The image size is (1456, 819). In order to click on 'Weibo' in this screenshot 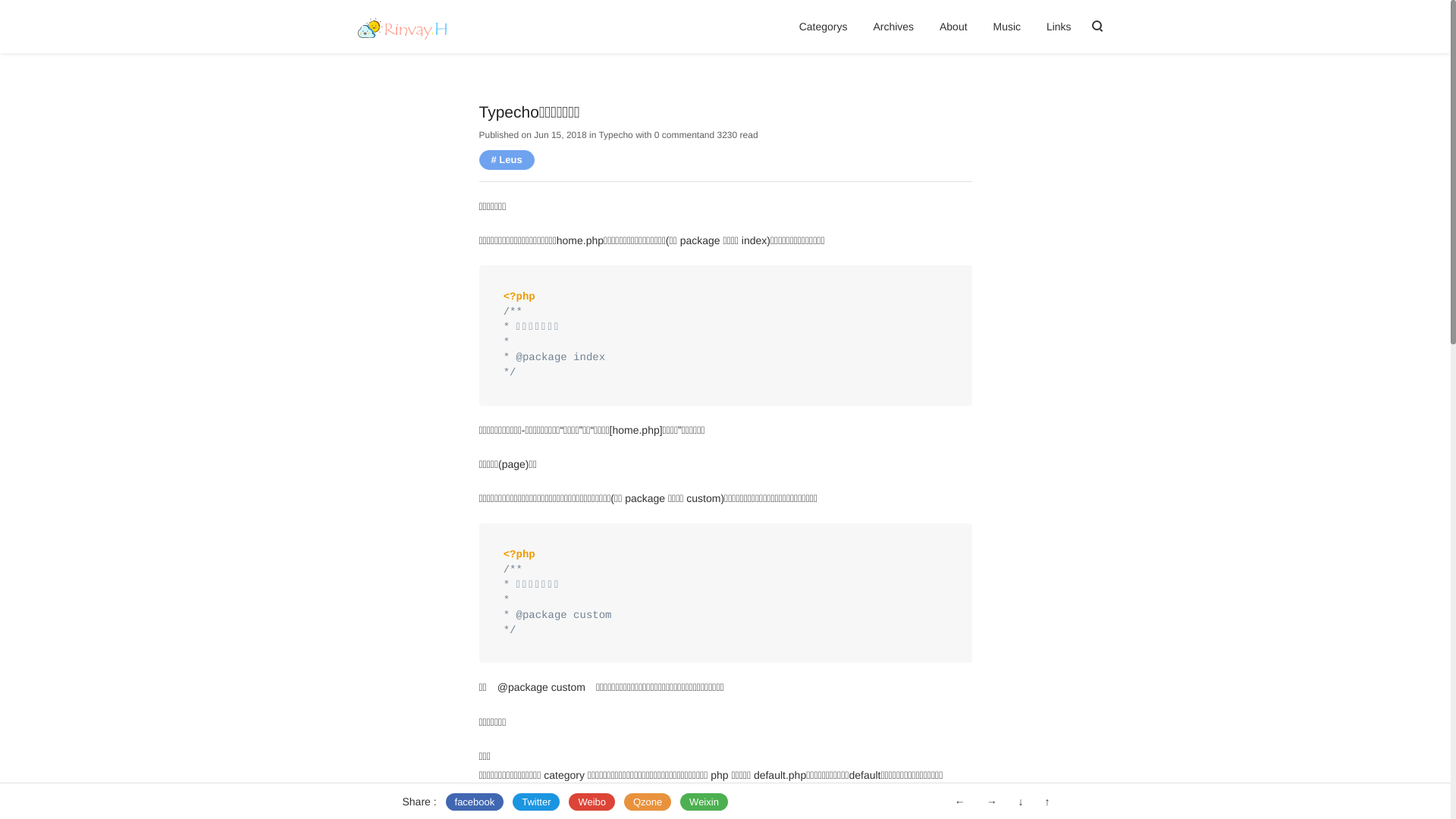, I will do `click(591, 801)`.